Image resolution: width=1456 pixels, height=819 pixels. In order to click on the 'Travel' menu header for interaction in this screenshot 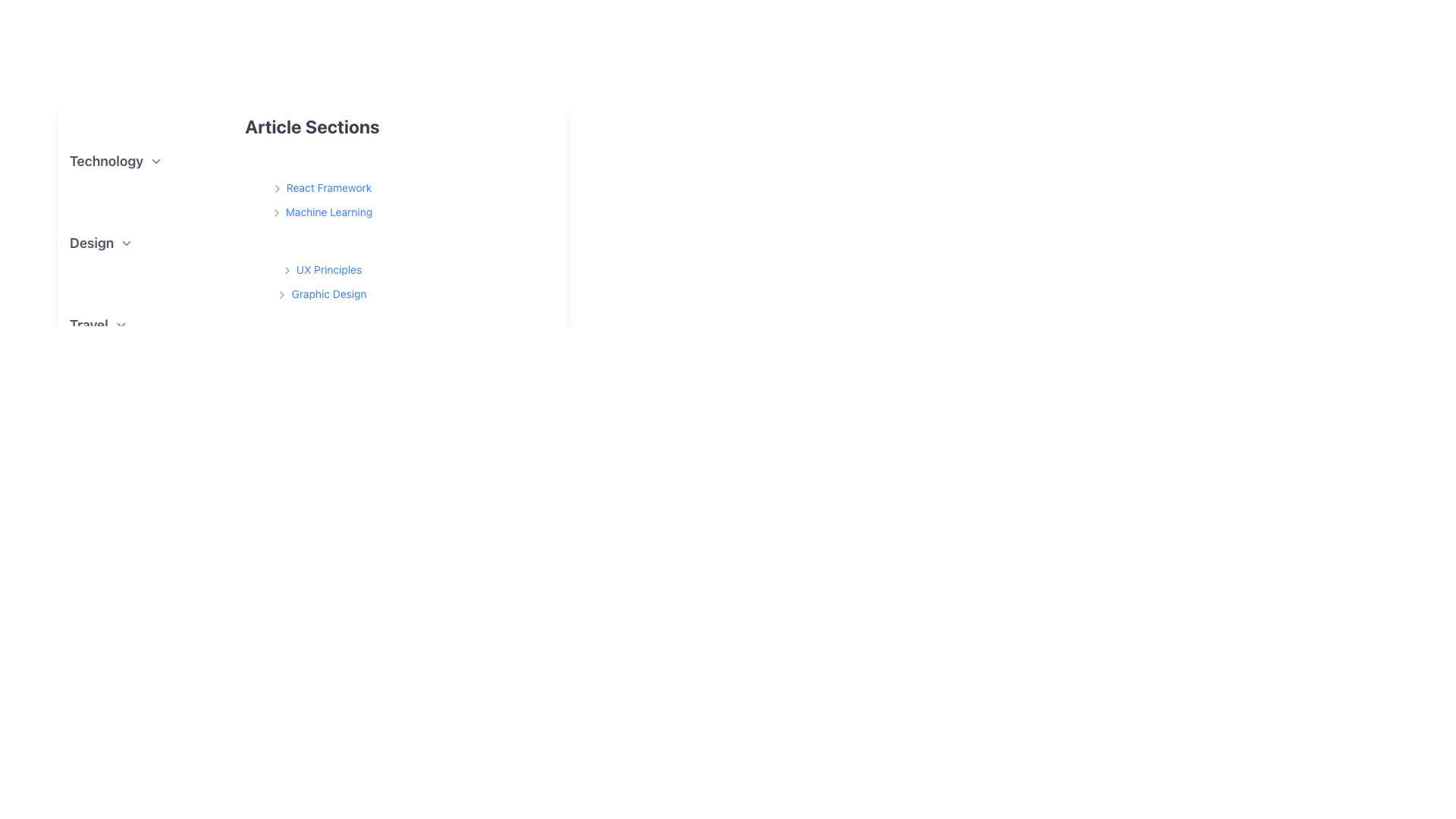, I will do `click(312, 324)`.